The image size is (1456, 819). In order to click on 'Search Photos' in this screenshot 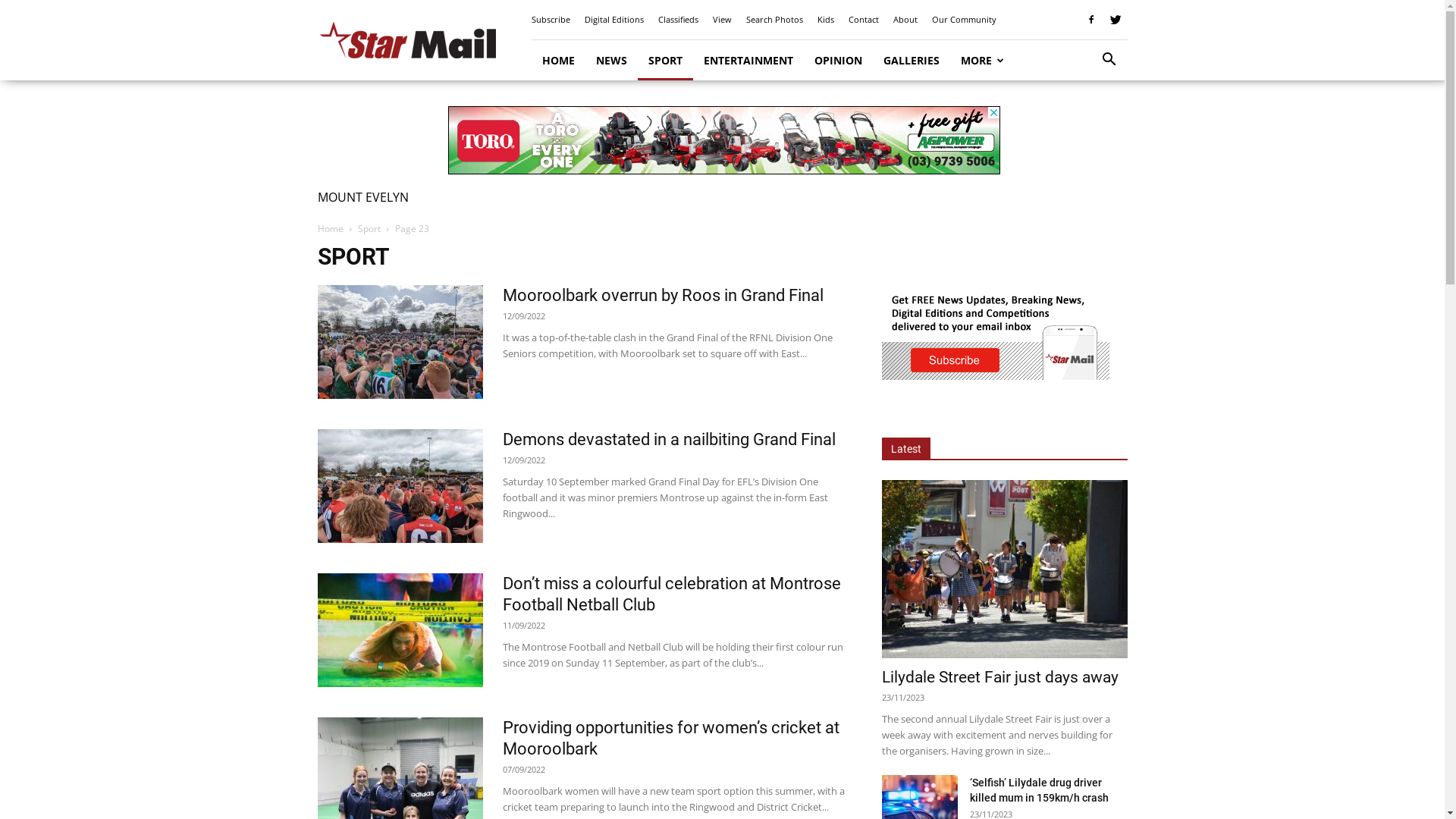, I will do `click(774, 19)`.